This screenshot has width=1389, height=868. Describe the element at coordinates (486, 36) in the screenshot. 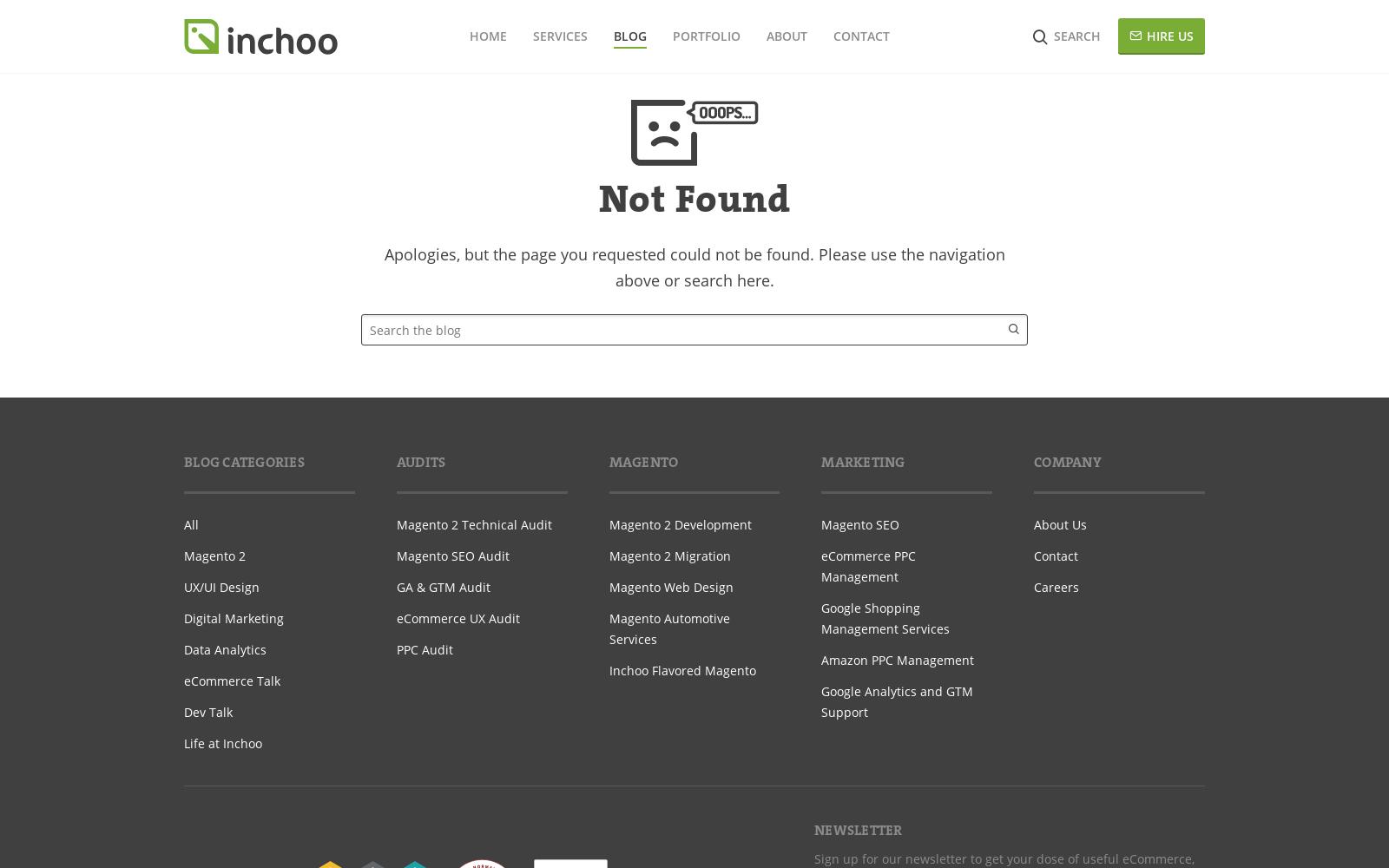

I see `'Home'` at that location.